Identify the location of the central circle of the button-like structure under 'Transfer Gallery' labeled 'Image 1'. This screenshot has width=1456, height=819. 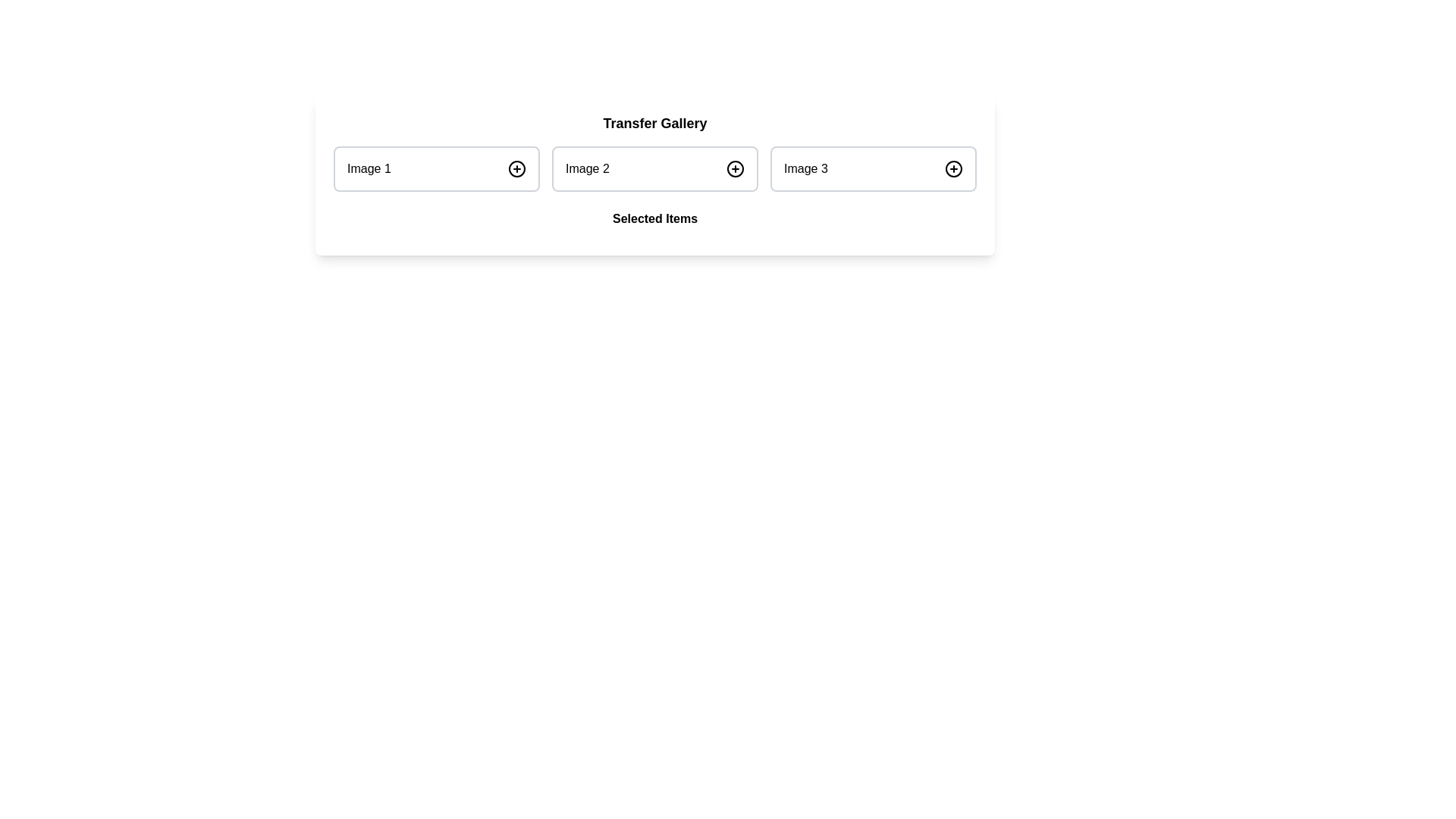
(516, 169).